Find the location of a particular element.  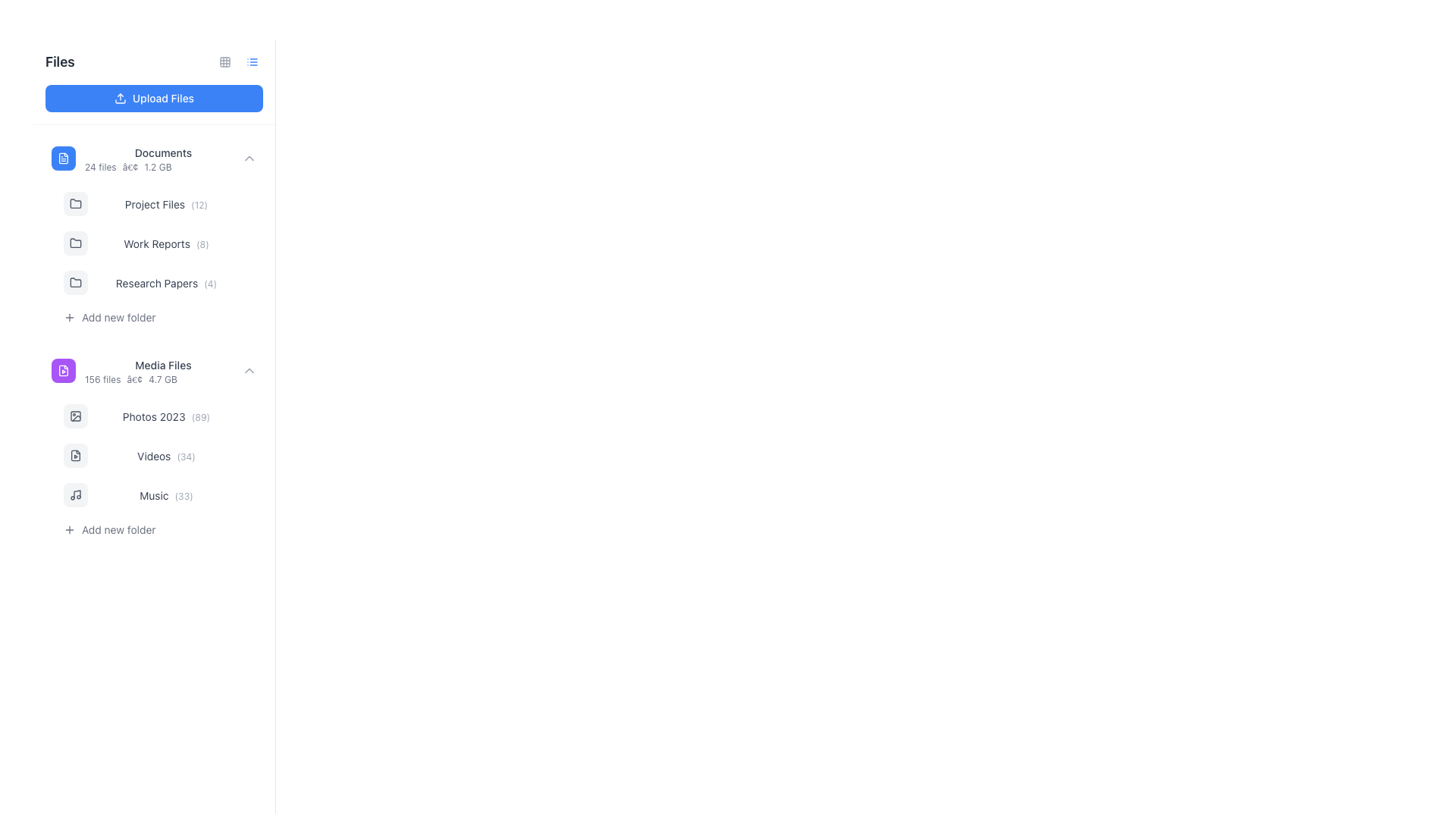

the Documents icon in the sidebar menu, which visually represents the 'Documents' category, located next to the 'Documents' label is located at coordinates (62, 158).